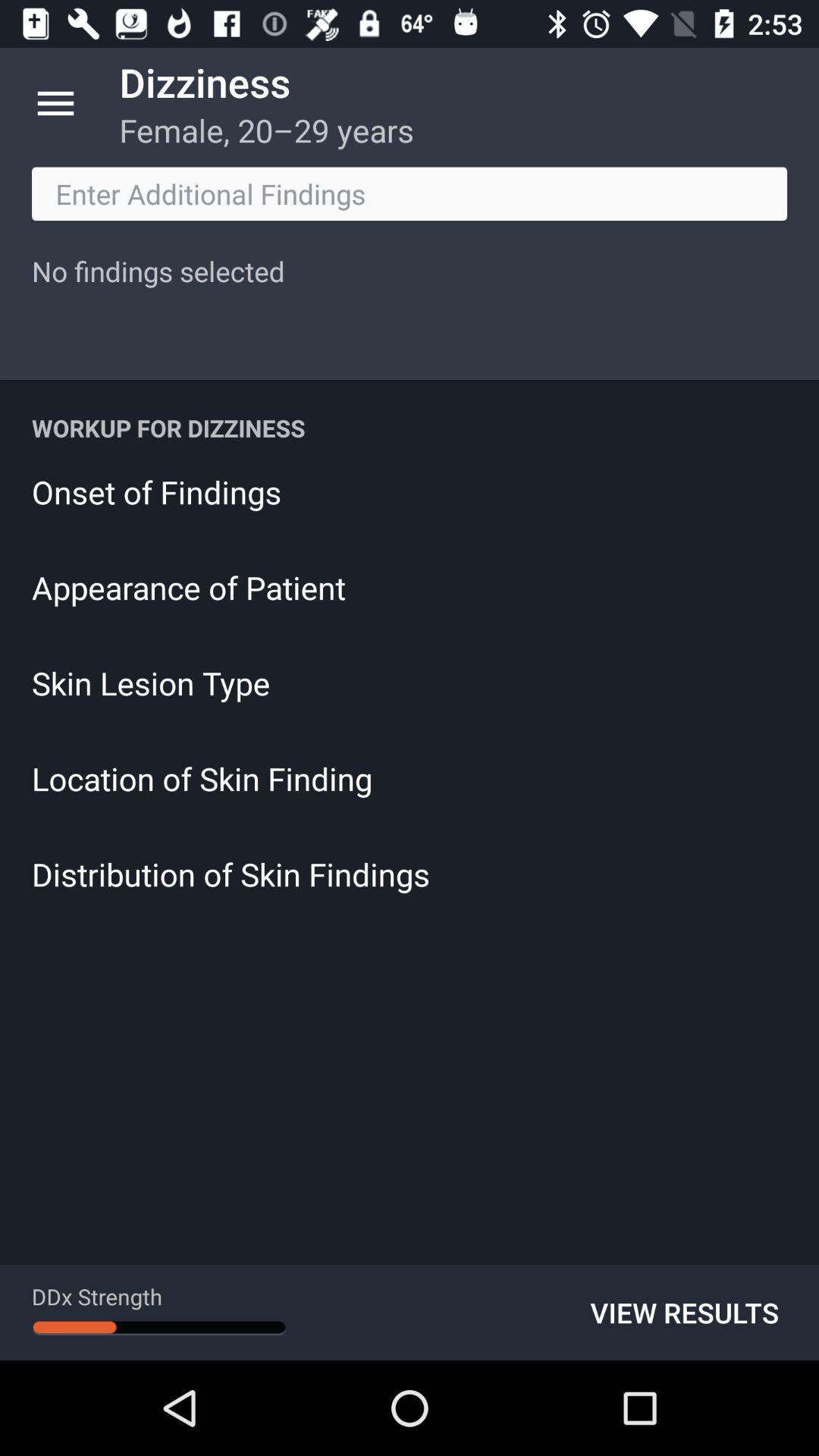  What do you see at coordinates (684, 1312) in the screenshot?
I see `view results icon` at bounding box center [684, 1312].